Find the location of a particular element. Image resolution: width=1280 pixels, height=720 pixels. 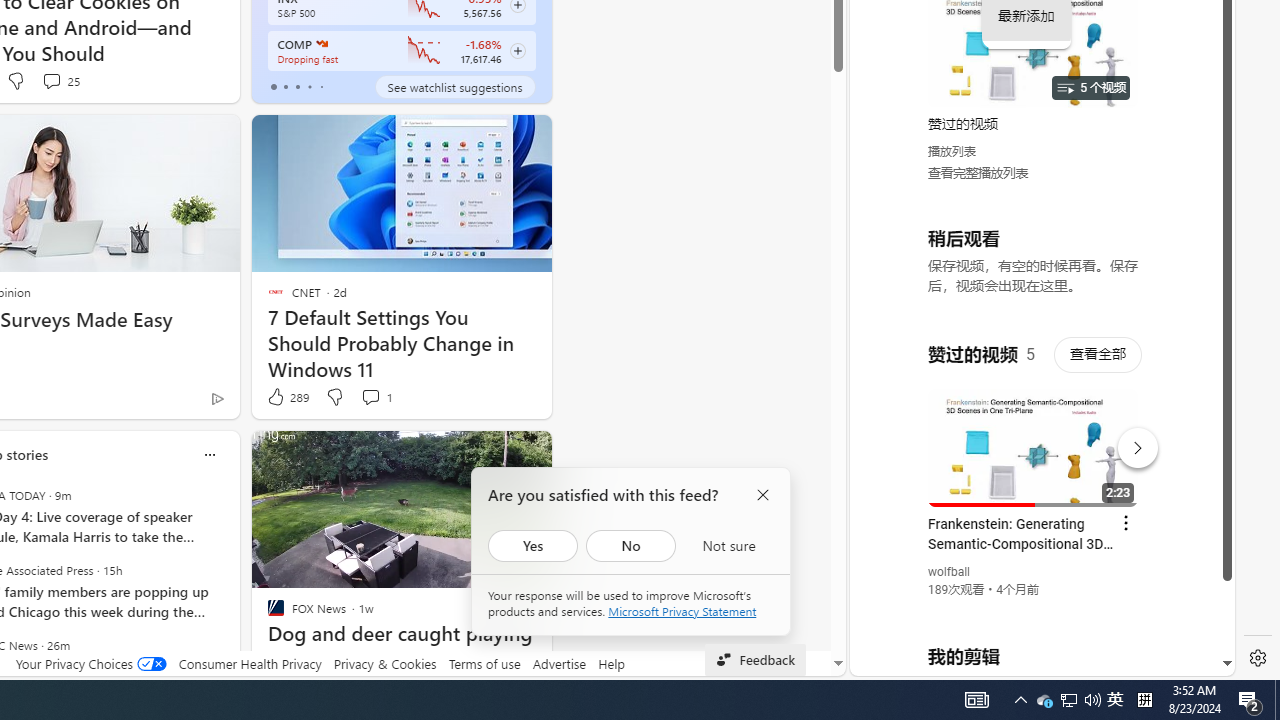

'tab-2' is located at coordinates (296, 86).